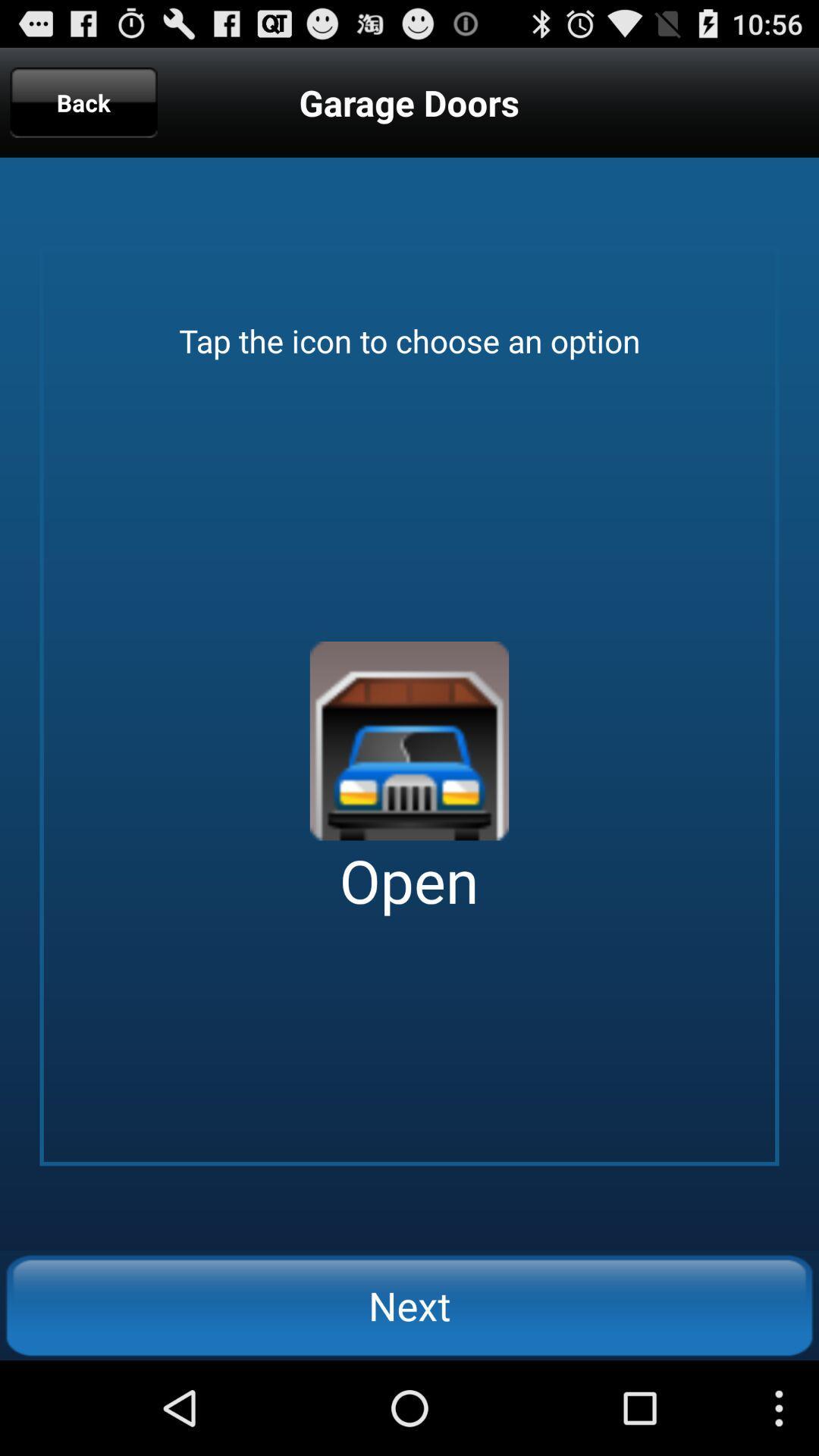 The width and height of the screenshot is (819, 1456). What do you see at coordinates (409, 1304) in the screenshot?
I see `the next icon` at bounding box center [409, 1304].